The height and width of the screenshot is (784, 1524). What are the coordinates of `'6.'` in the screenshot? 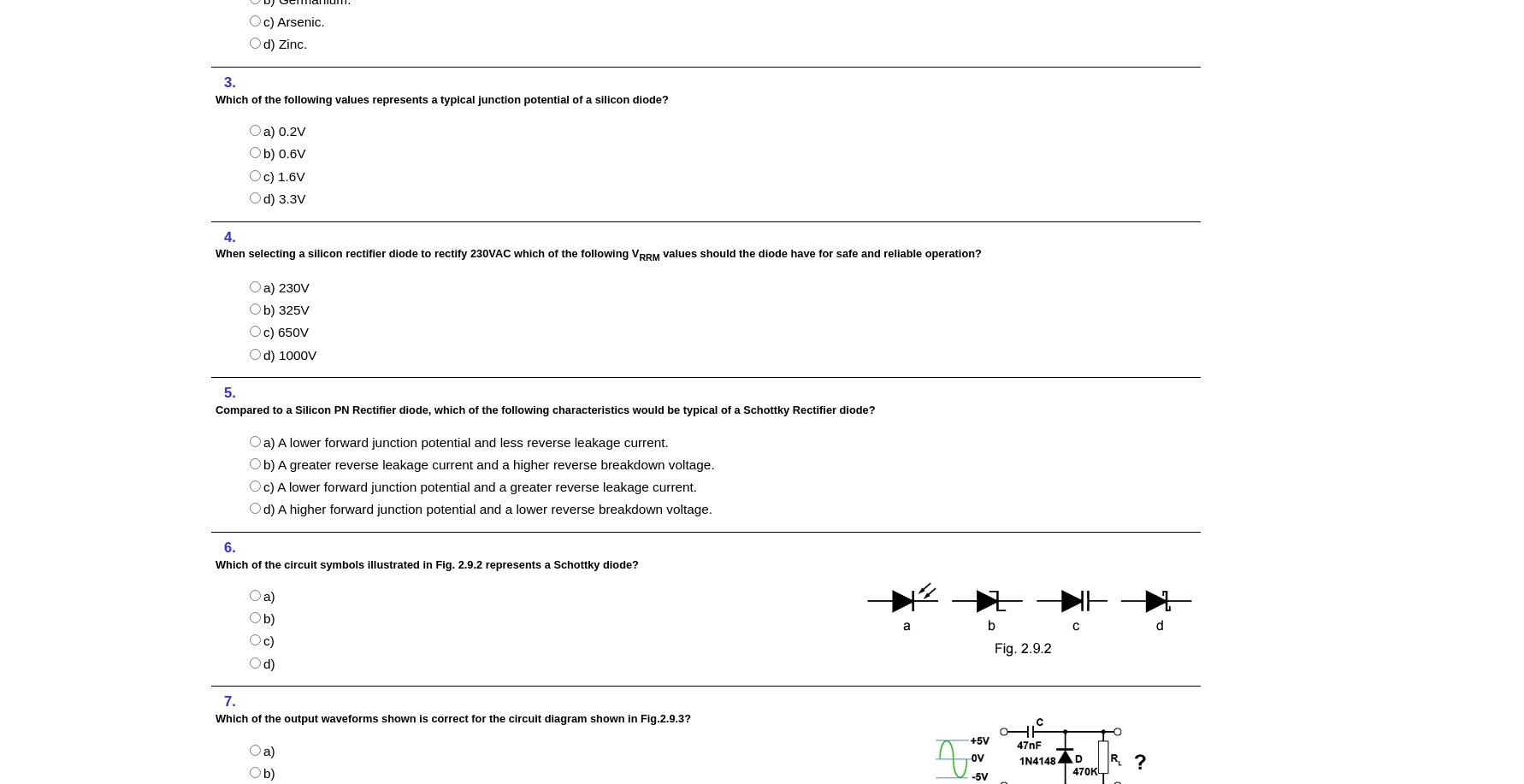 It's located at (228, 545).